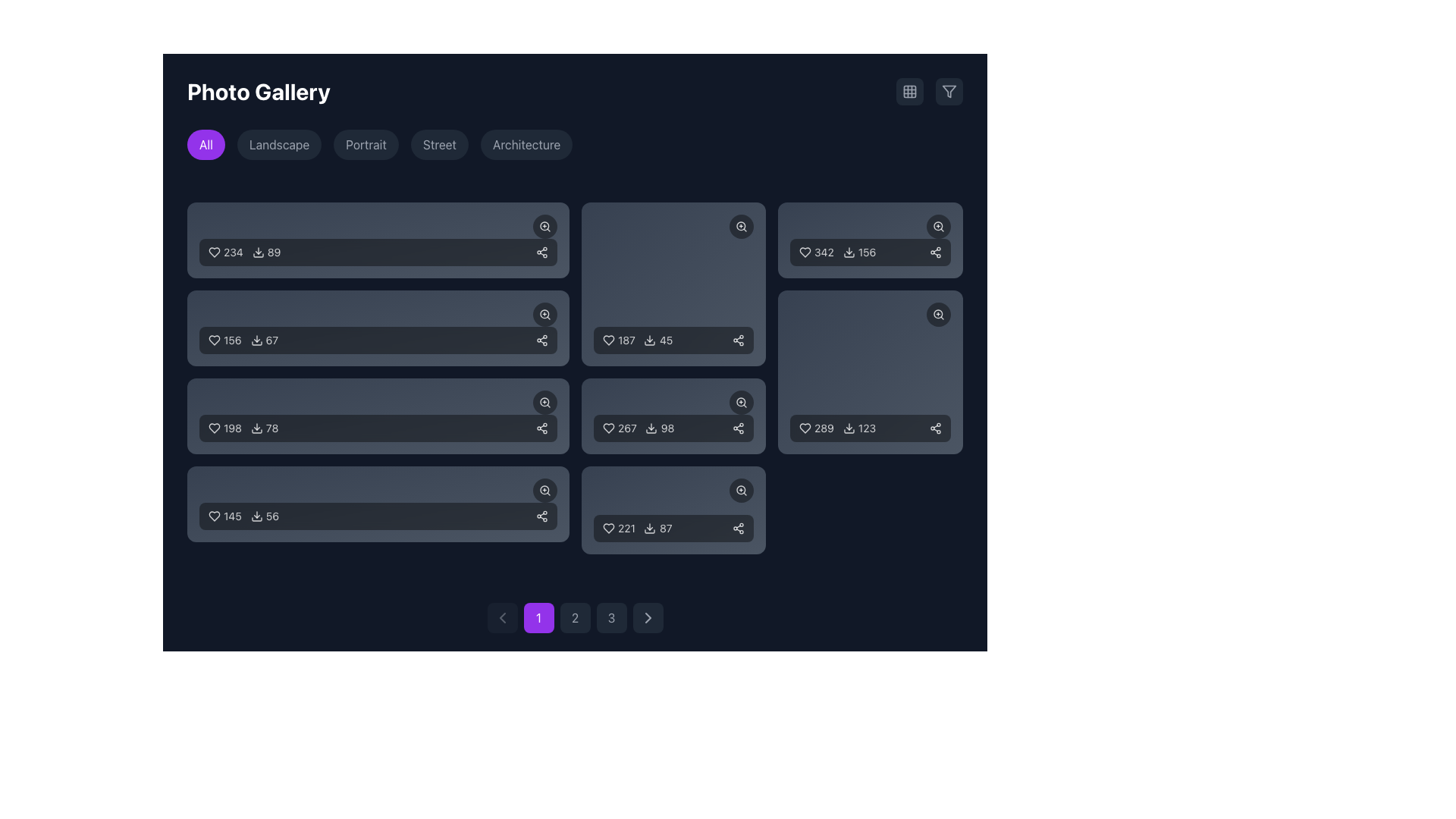  What do you see at coordinates (741, 401) in the screenshot?
I see `the small circular element of the 'zoom in' SVG icon located in the fourth interactive tile of the third row in the gallery layout` at bounding box center [741, 401].